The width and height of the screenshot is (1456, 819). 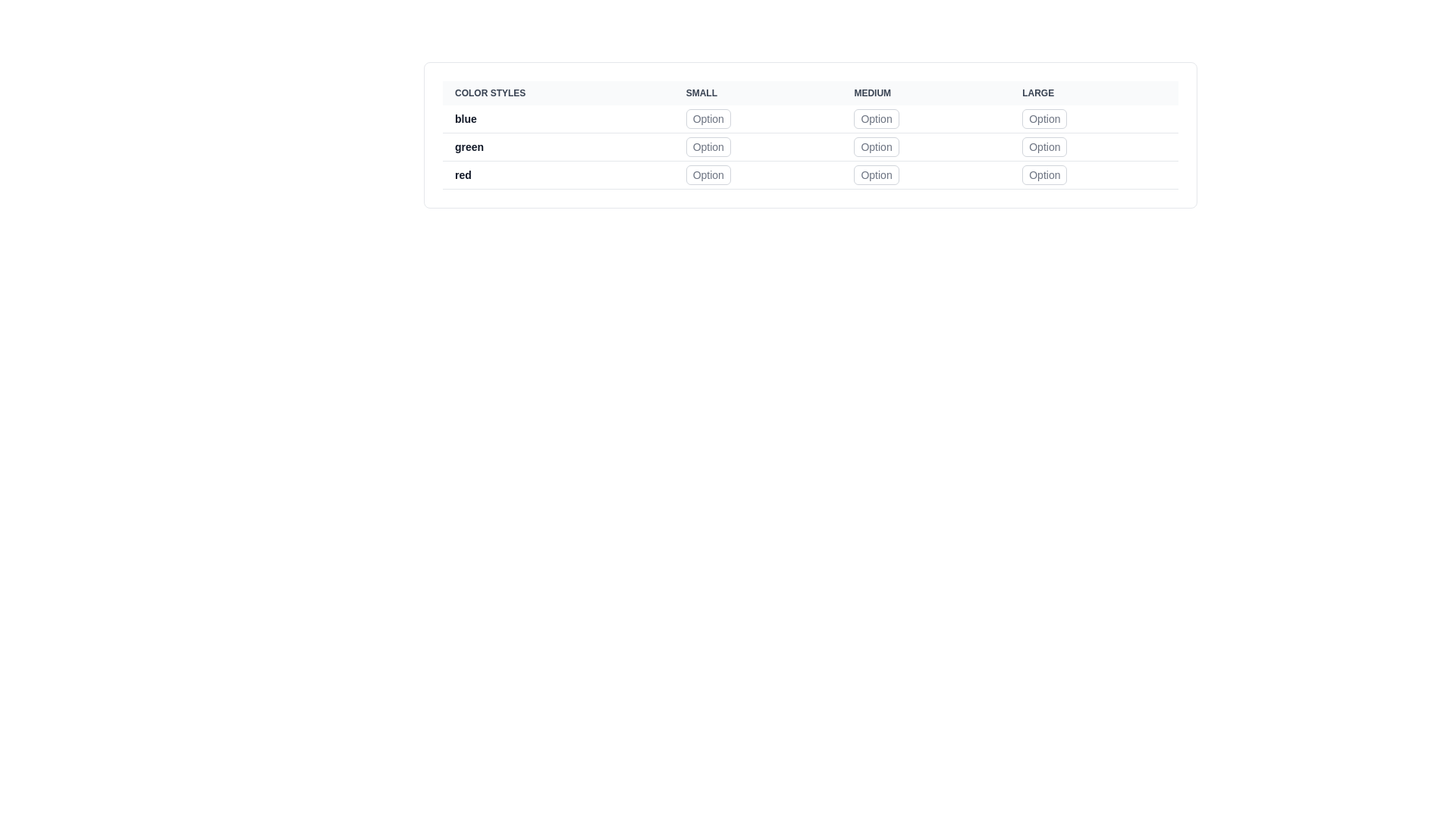 I want to click on the selection button located in the 'green' row and 'MEDIUM' column of the tabular choice panel to highlight it, so click(x=877, y=146).